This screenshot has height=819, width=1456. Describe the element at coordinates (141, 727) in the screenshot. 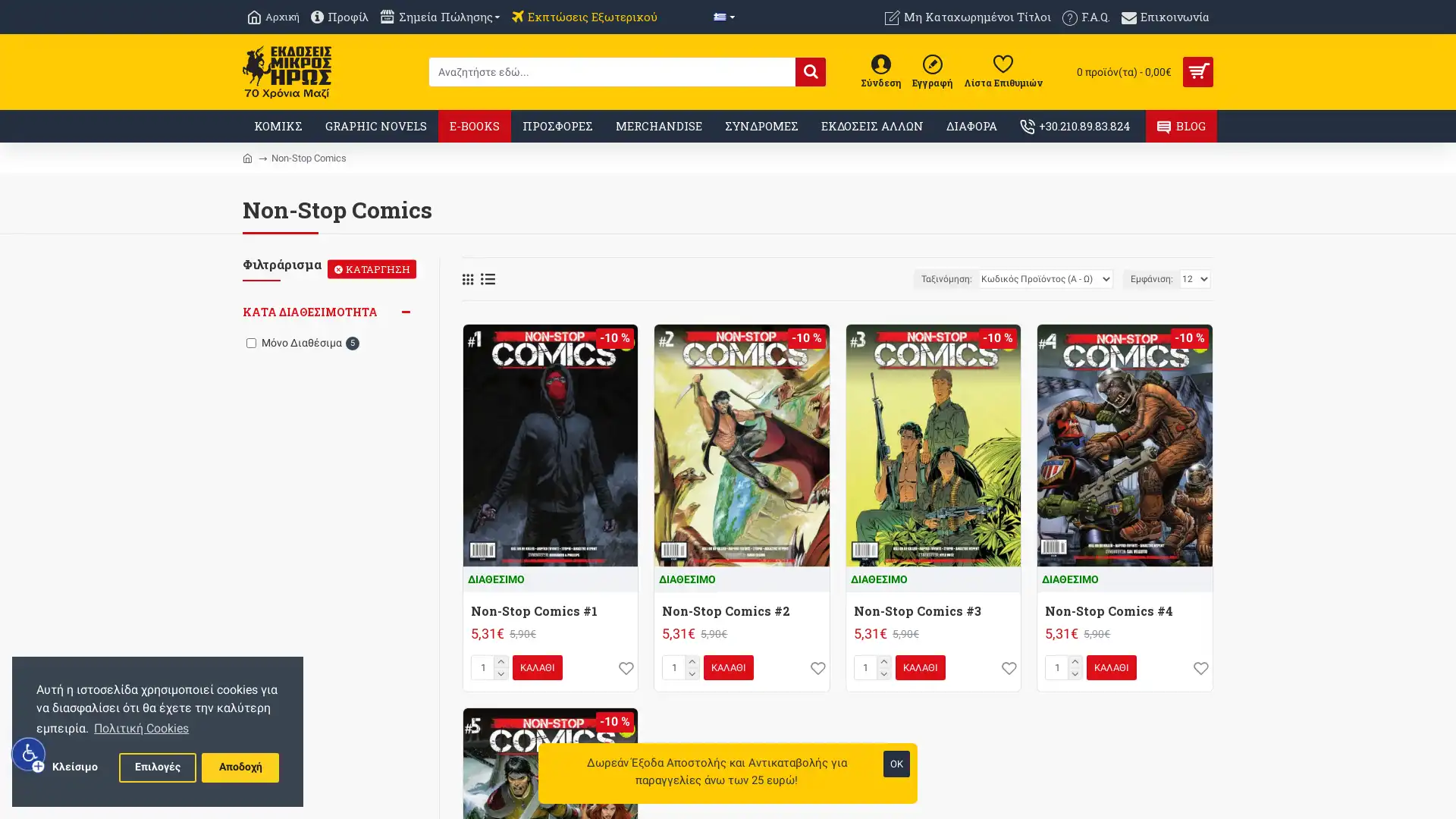

I see `learn more about cookies` at that location.